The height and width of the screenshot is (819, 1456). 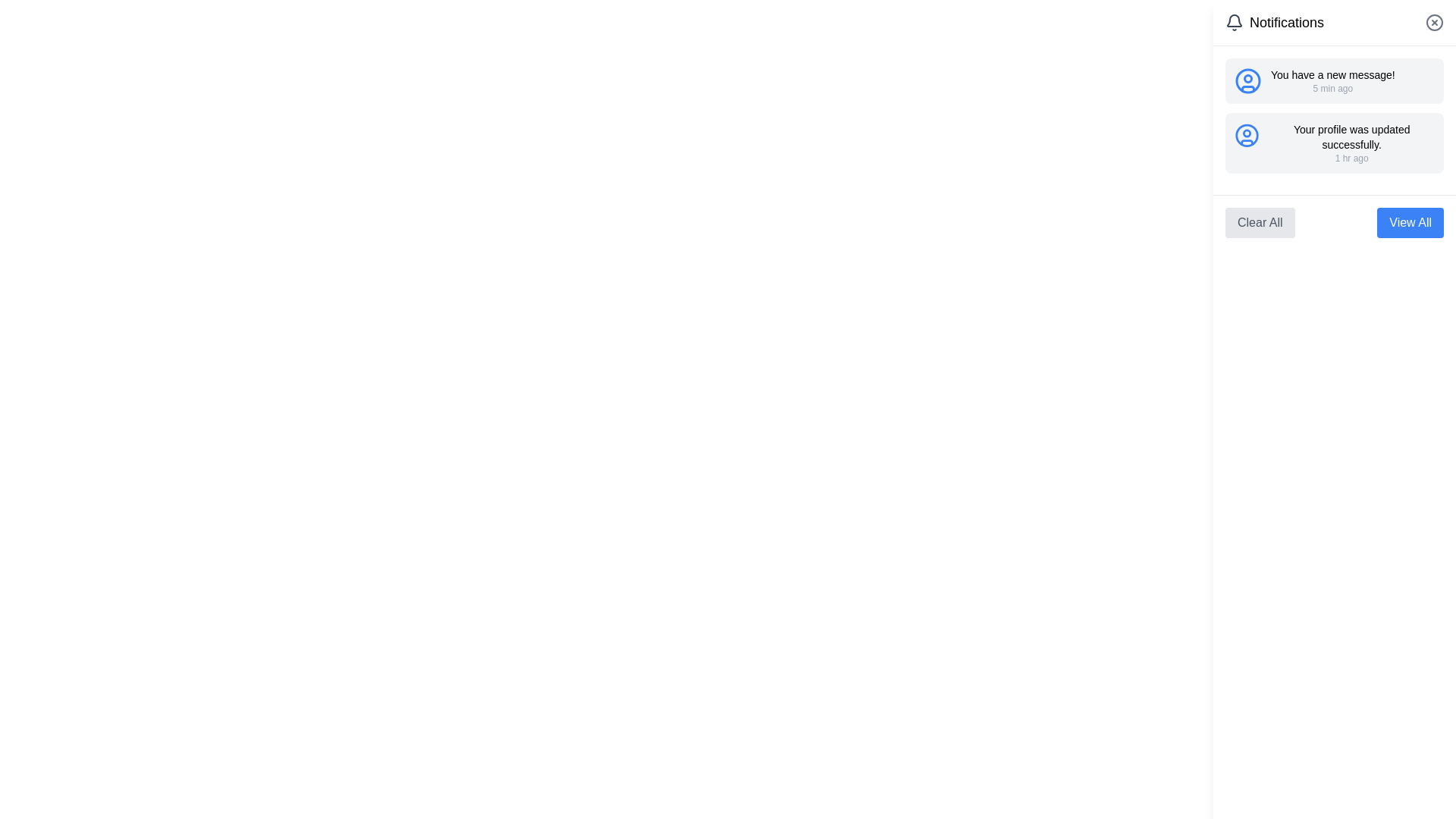 What do you see at coordinates (1286, 23) in the screenshot?
I see `text from the 'Notifications' text label, which is displayed in a bold and large font style, located next to the bell icon in the top-right corner of the interface` at bounding box center [1286, 23].